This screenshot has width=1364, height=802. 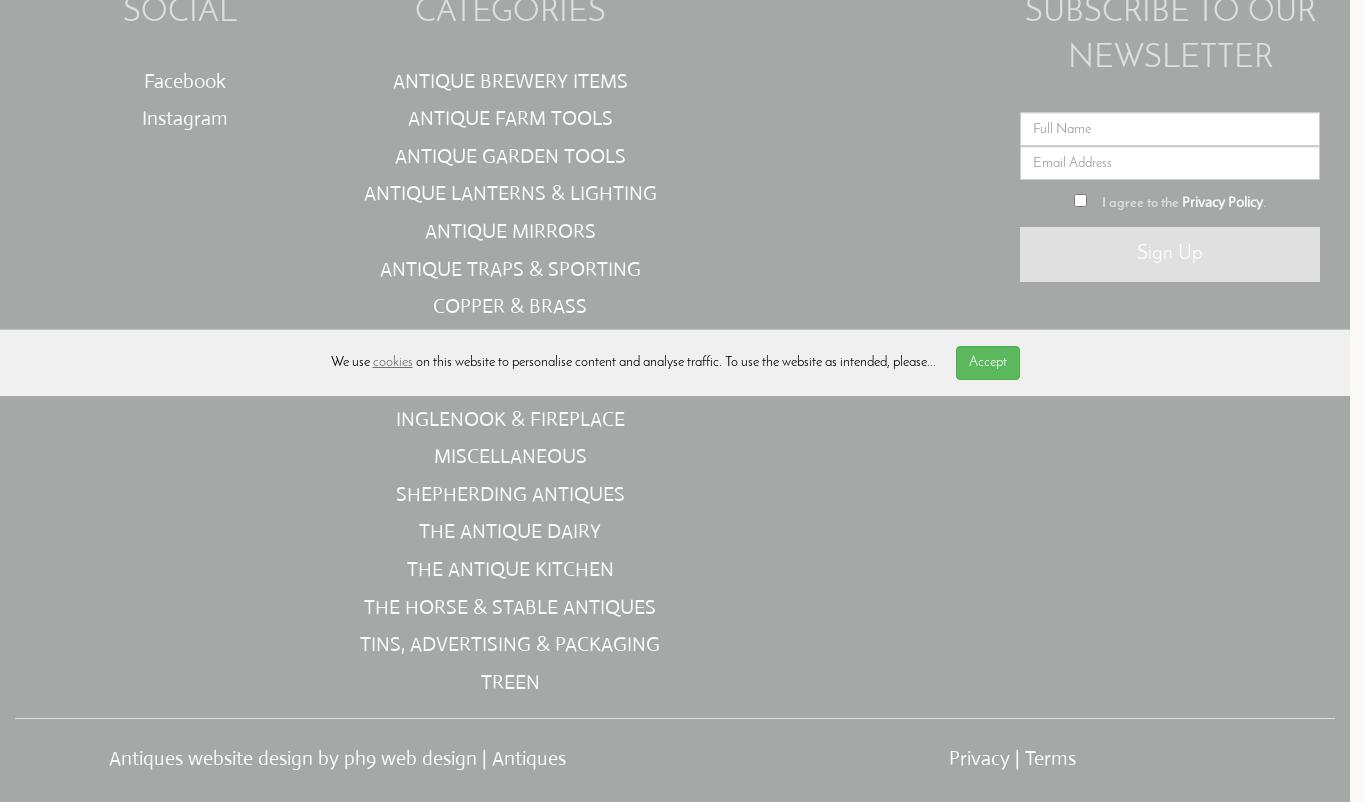 I want to click on 'DECORATIVE & INTERIORS', so click(x=508, y=343).